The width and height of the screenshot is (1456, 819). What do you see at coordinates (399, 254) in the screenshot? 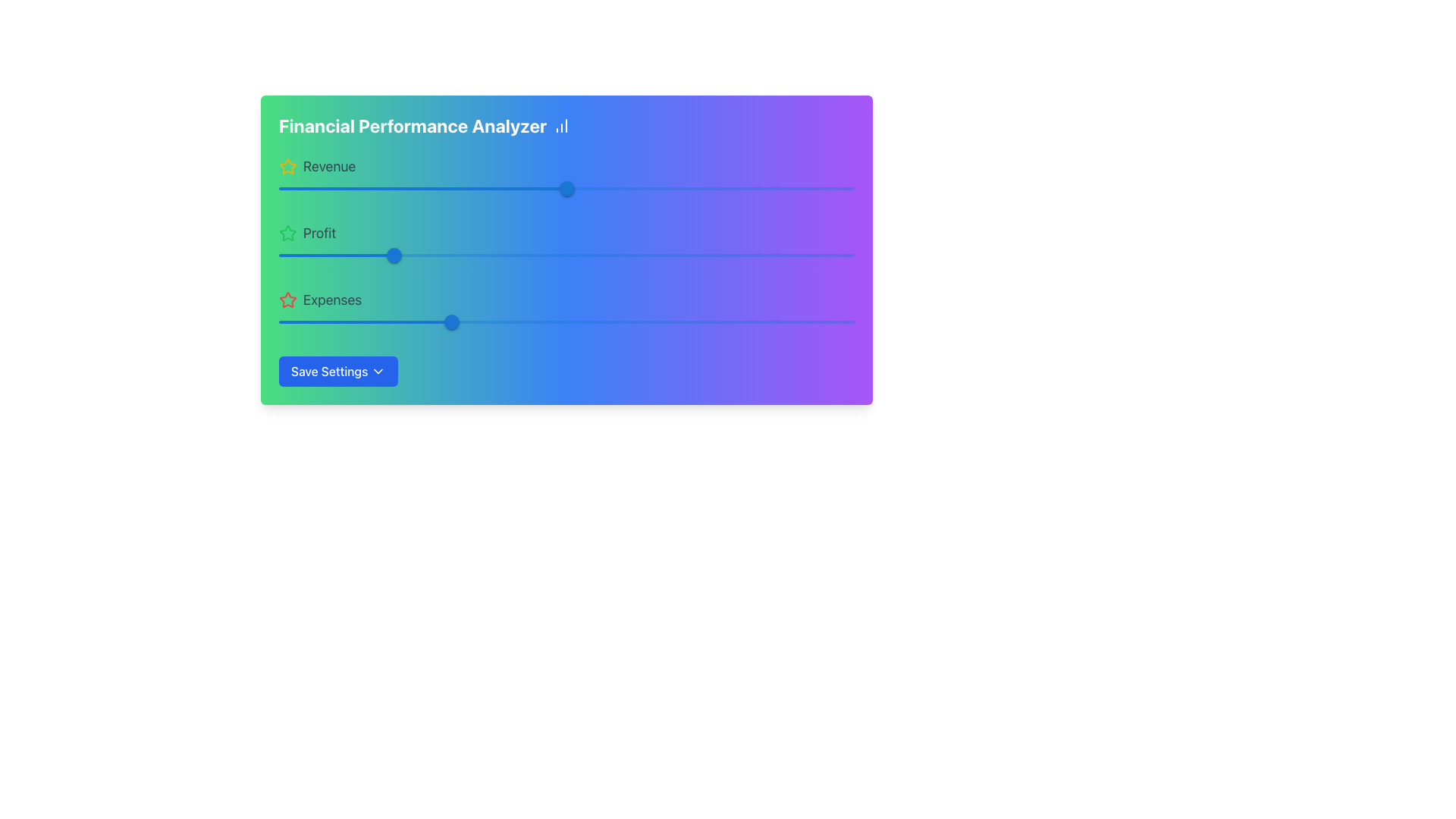
I see `slider value` at bounding box center [399, 254].